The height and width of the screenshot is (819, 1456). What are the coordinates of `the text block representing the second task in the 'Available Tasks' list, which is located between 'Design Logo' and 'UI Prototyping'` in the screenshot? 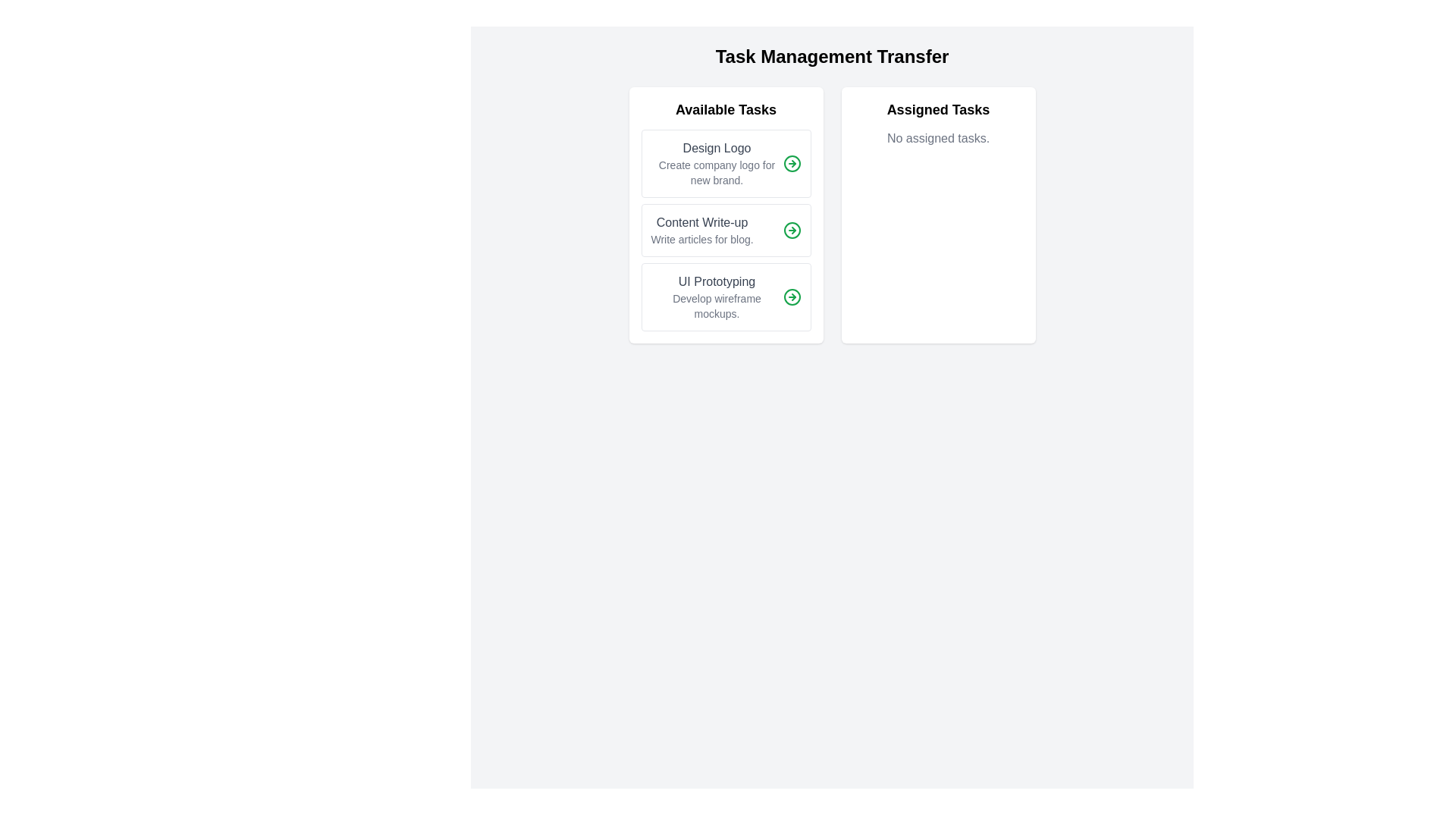 It's located at (701, 231).